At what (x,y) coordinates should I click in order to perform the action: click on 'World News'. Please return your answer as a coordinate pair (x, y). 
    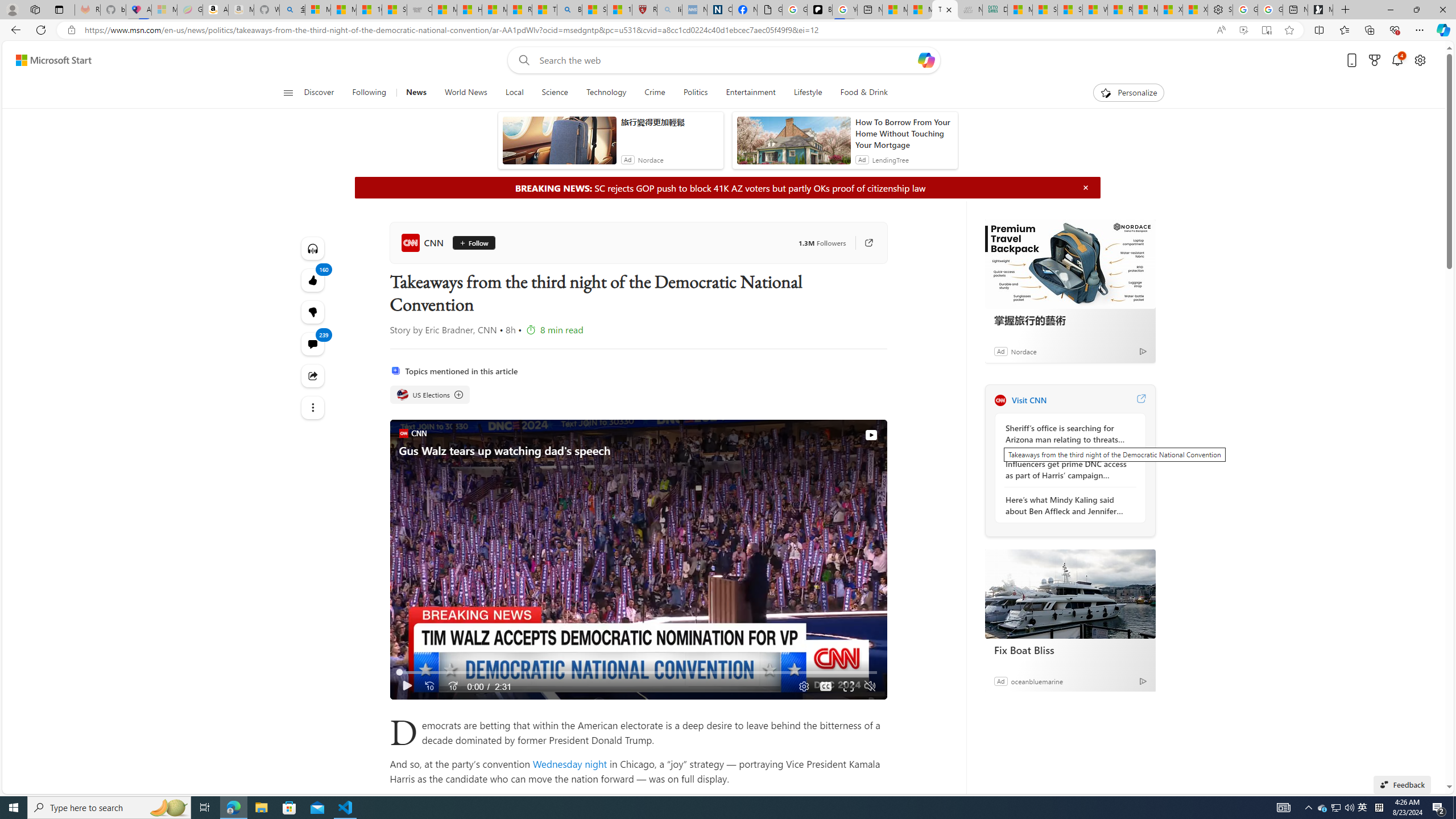
    Looking at the image, I should click on (466, 92).